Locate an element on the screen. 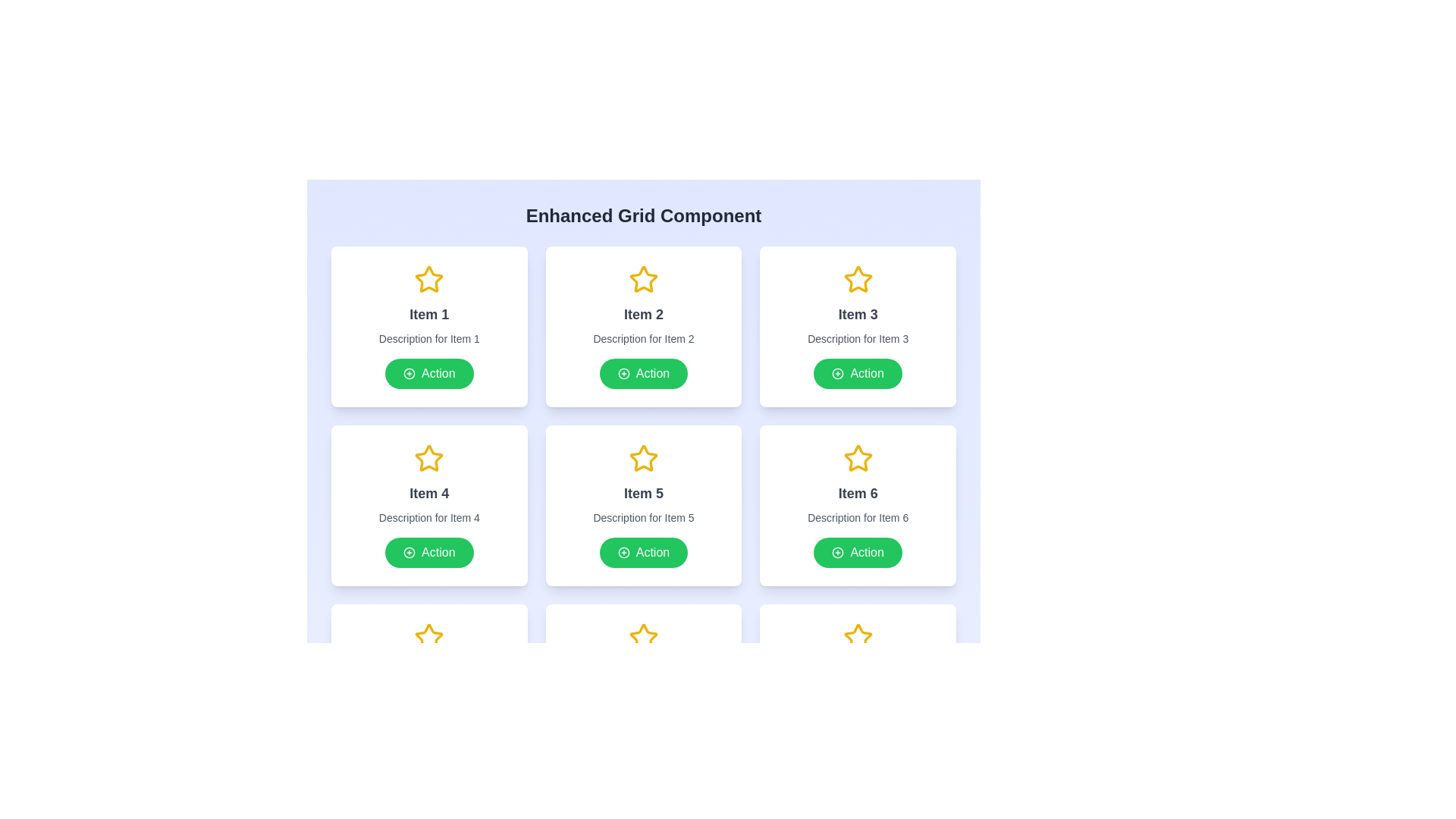 The width and height of the screenshot is (1456, 819). the button located in the card labeled 'Item 4' in the second row, first column of the grid is located at coordinates (428, 553).